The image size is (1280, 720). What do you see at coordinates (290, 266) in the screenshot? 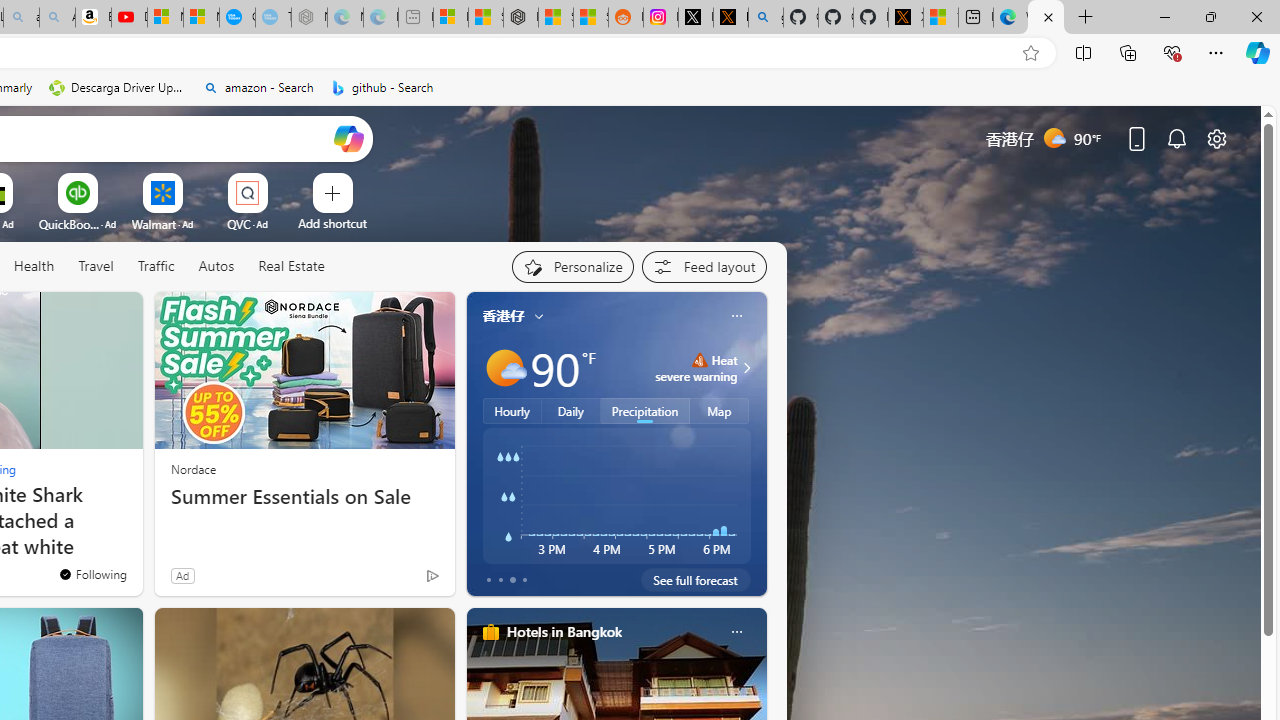
I see `'Real Estate'` at bounding box center [290, 266].